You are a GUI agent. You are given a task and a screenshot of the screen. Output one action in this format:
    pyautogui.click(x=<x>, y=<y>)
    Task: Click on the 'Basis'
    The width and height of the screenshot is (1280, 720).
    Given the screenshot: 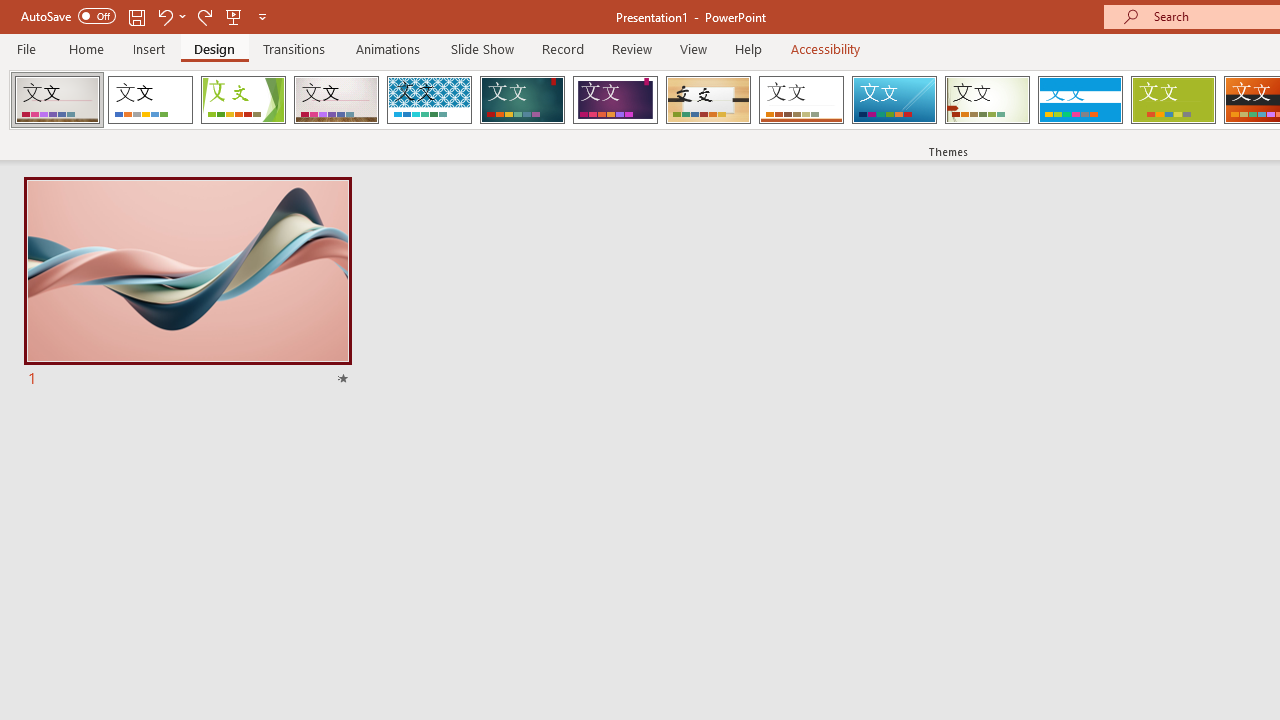 What is the action you would take?
    pyautogui.click(x=1173, y=100)
    